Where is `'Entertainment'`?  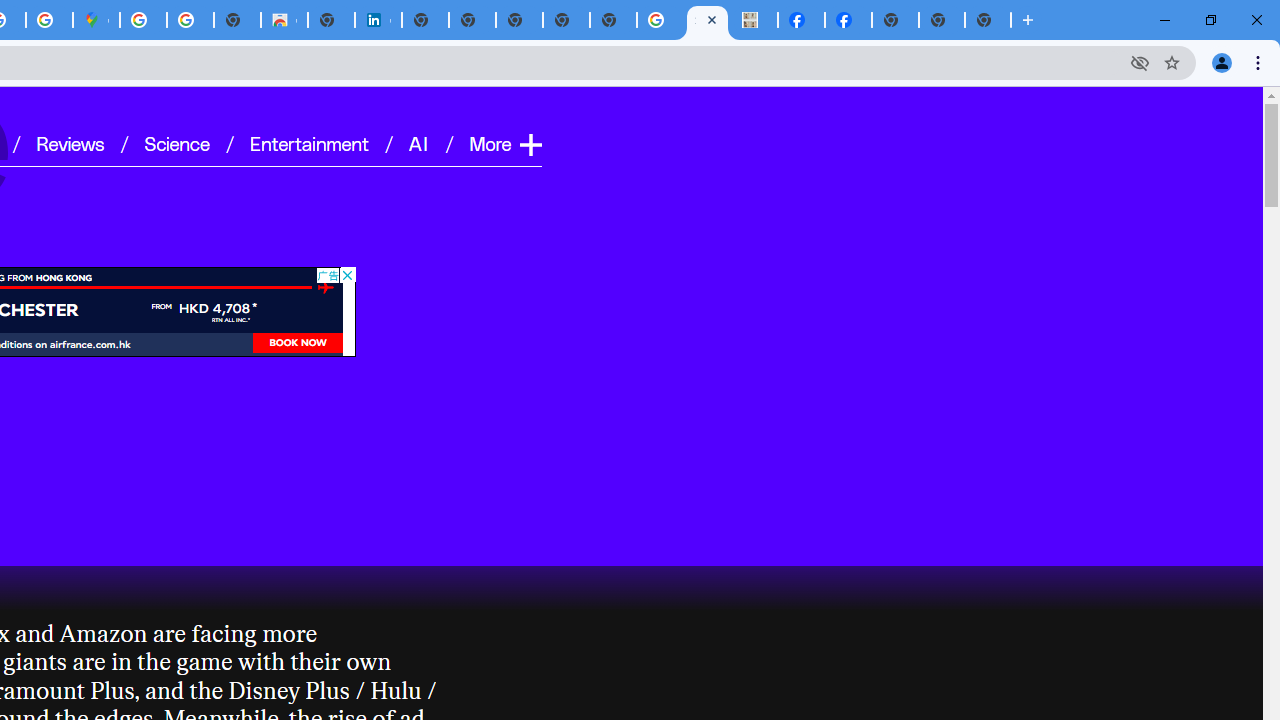
'Entertainment' is located at coordinates (308, 141).